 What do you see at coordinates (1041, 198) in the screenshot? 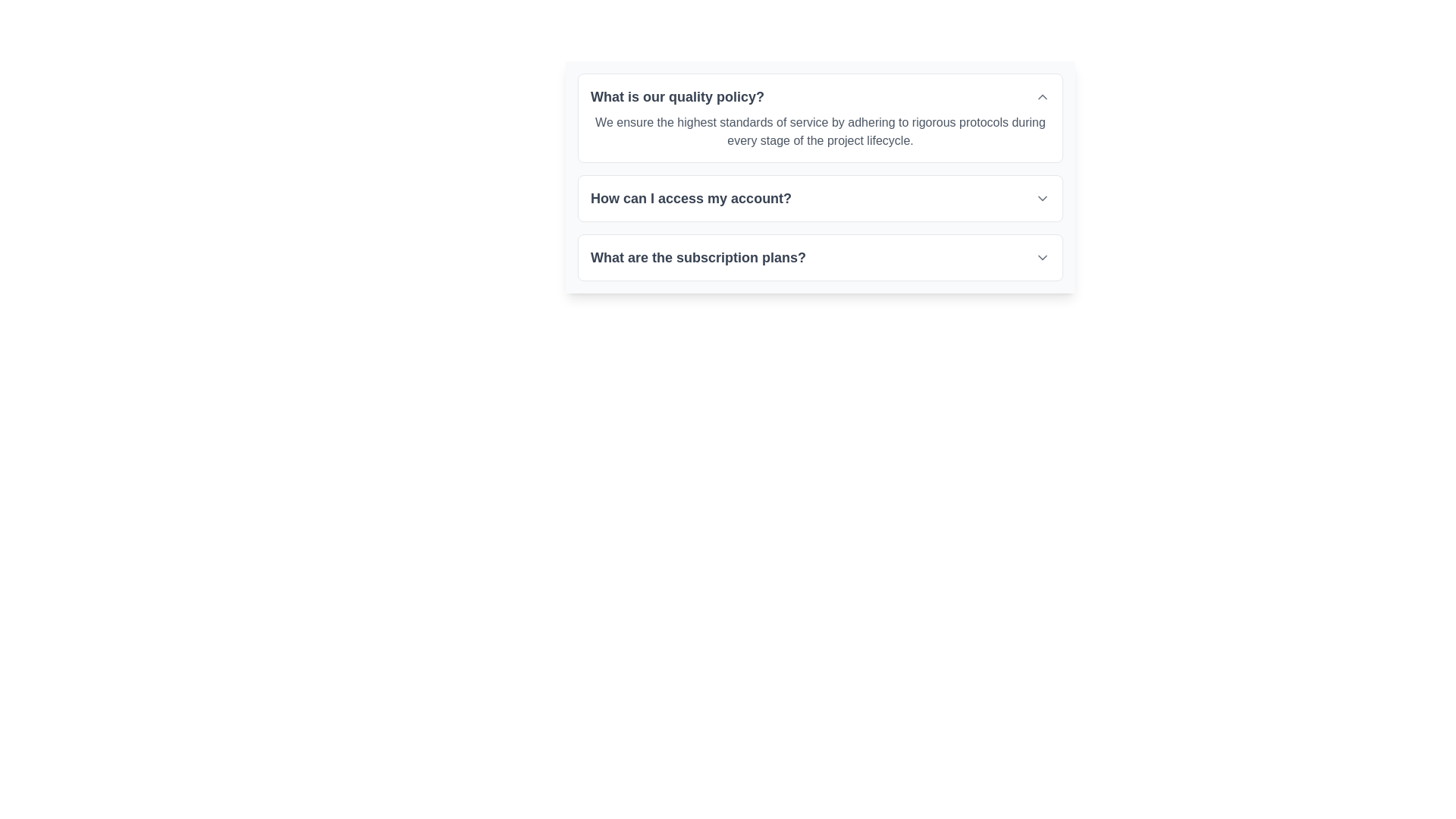
I see `the Dropdown toggle indicator icon located at the far-right end of the question 'How can I access my account?'` at bounding box center [1041, 198].